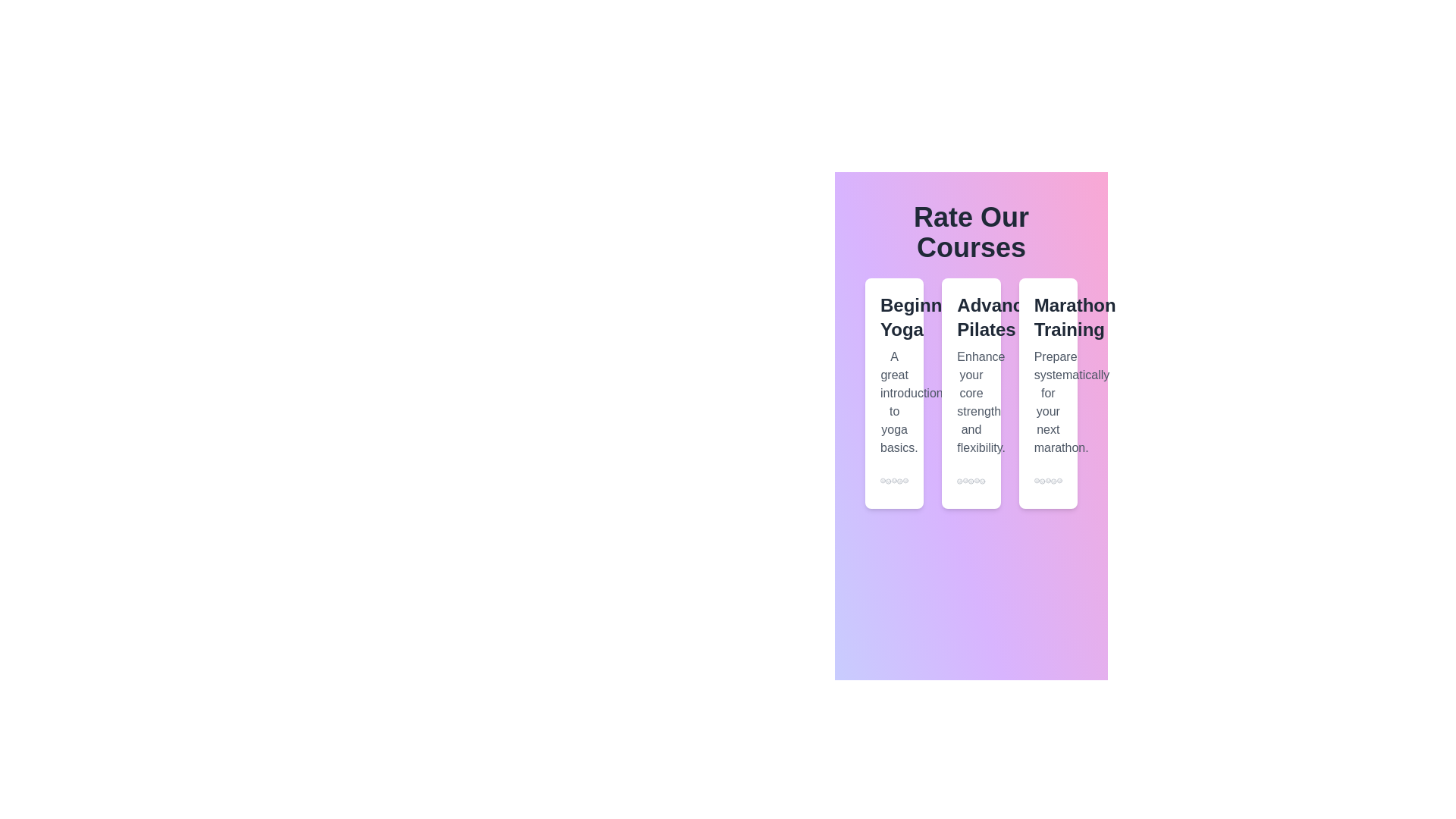 The image size is (1456, 819). I want to click on the course card for Advanced Pilates, so click(971, 393).